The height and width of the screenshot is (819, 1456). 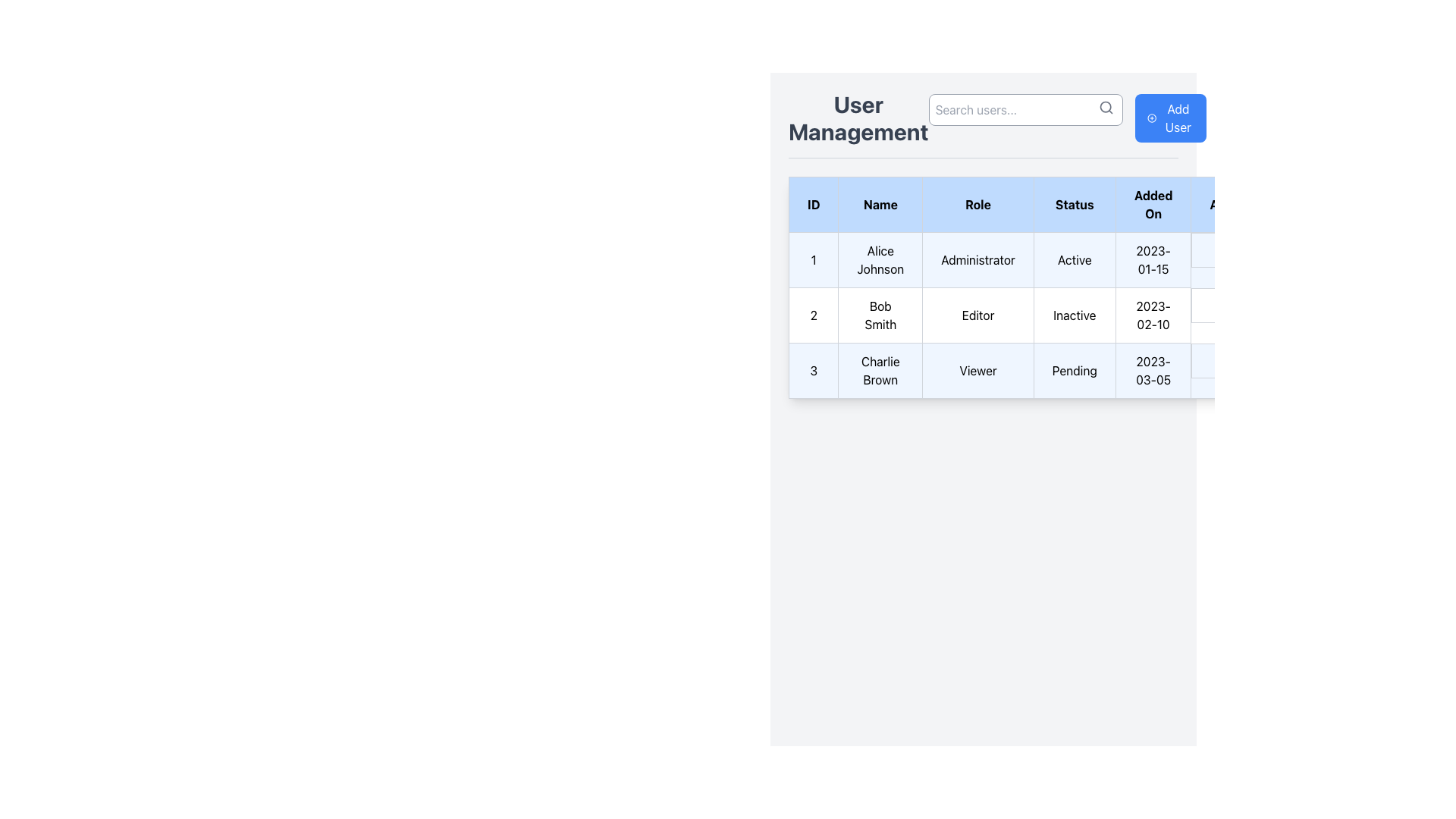 What do you see at coordinates (1031, 259) in the screenshot?
I see `the first row of the user data table that contains the information for 'Alice Johnson'` at bounding box center [1031, 259].